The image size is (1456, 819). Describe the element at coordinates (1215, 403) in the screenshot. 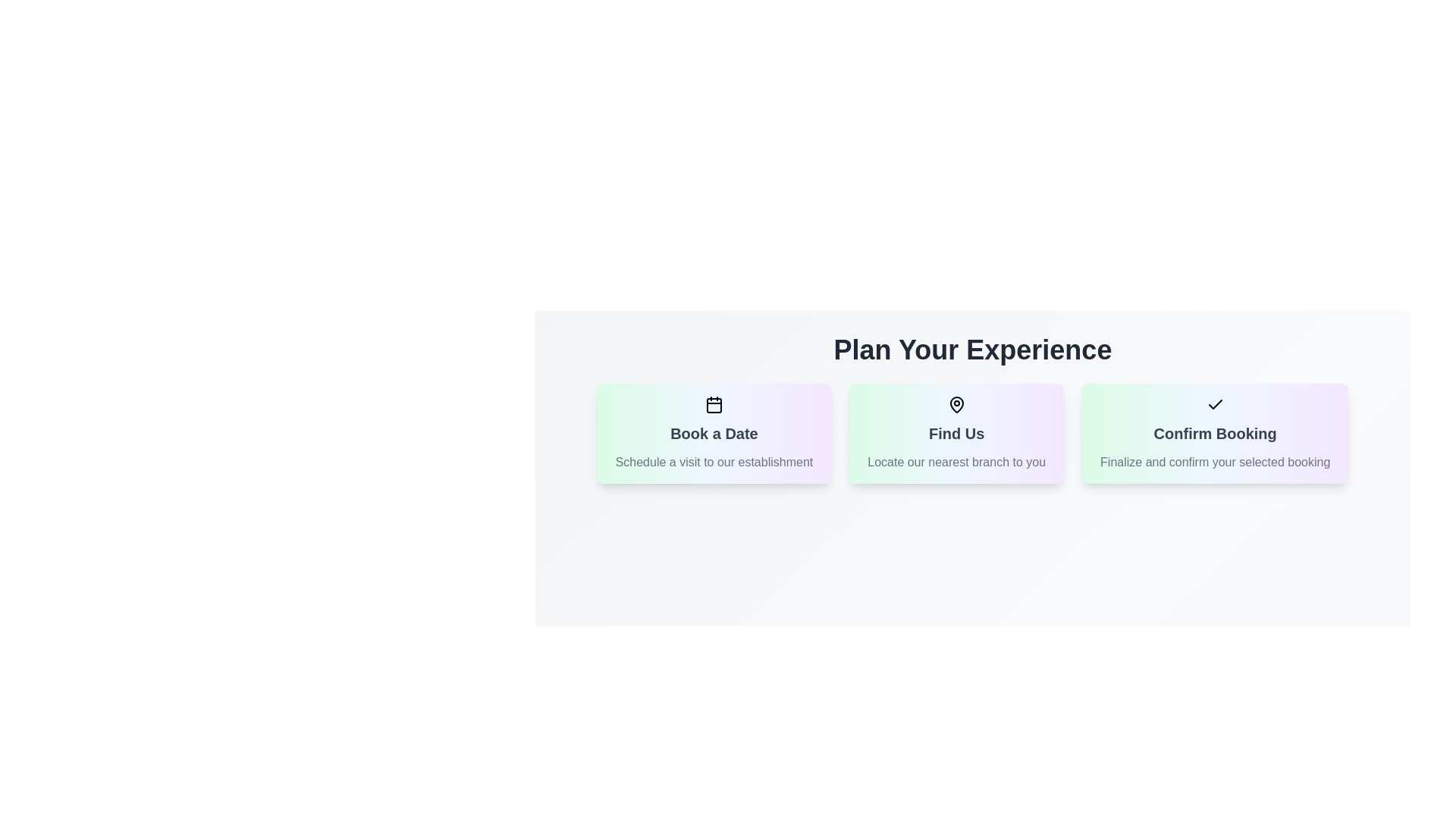

I see `the checkmark icon located above the 'Confirm Booking' text, which is part of the section titled 'Confirm Booking'` at that location.